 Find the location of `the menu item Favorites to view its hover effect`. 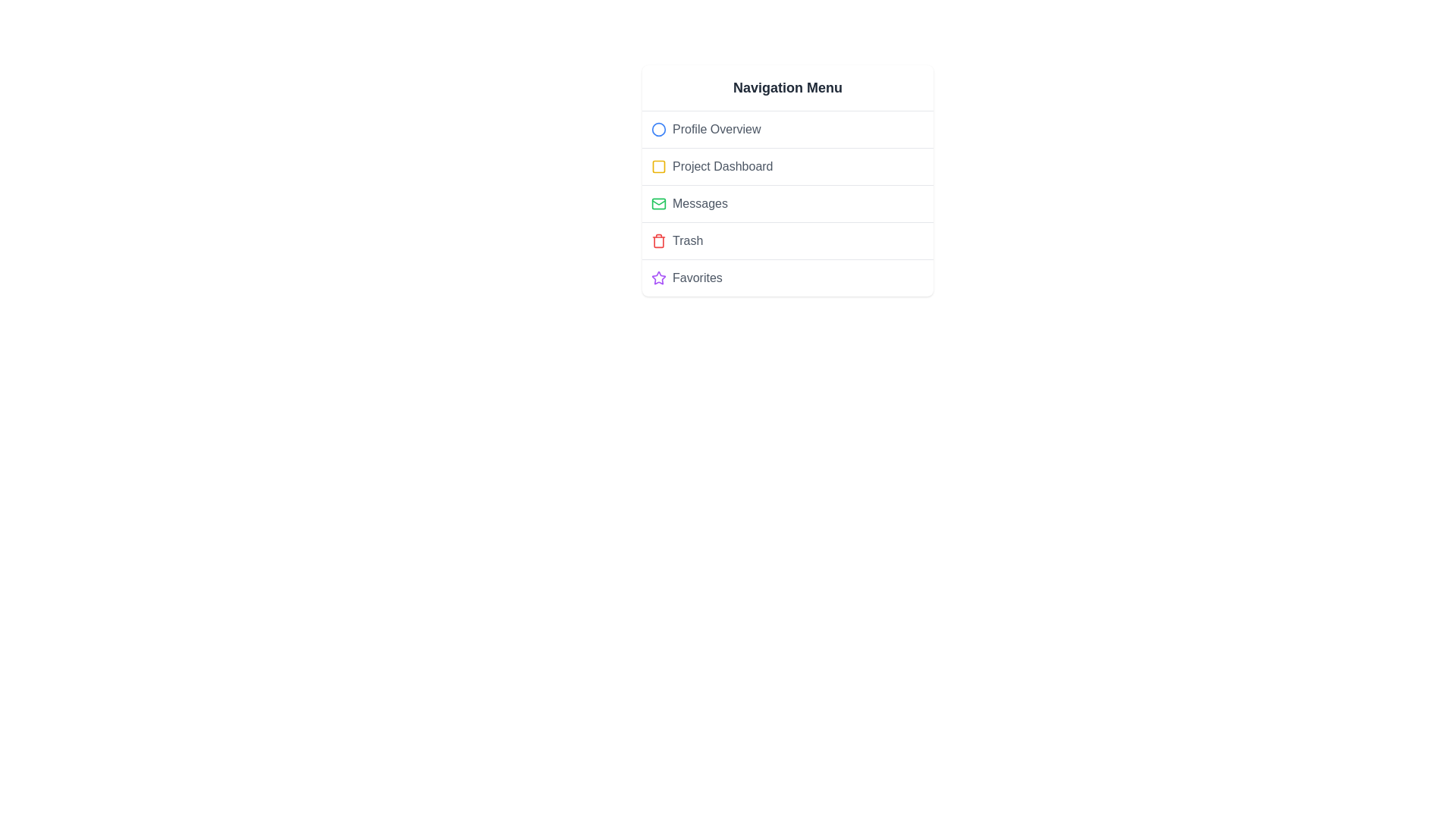

the menu item Favorites to view its hover effect is located at coordinates (787, 278).